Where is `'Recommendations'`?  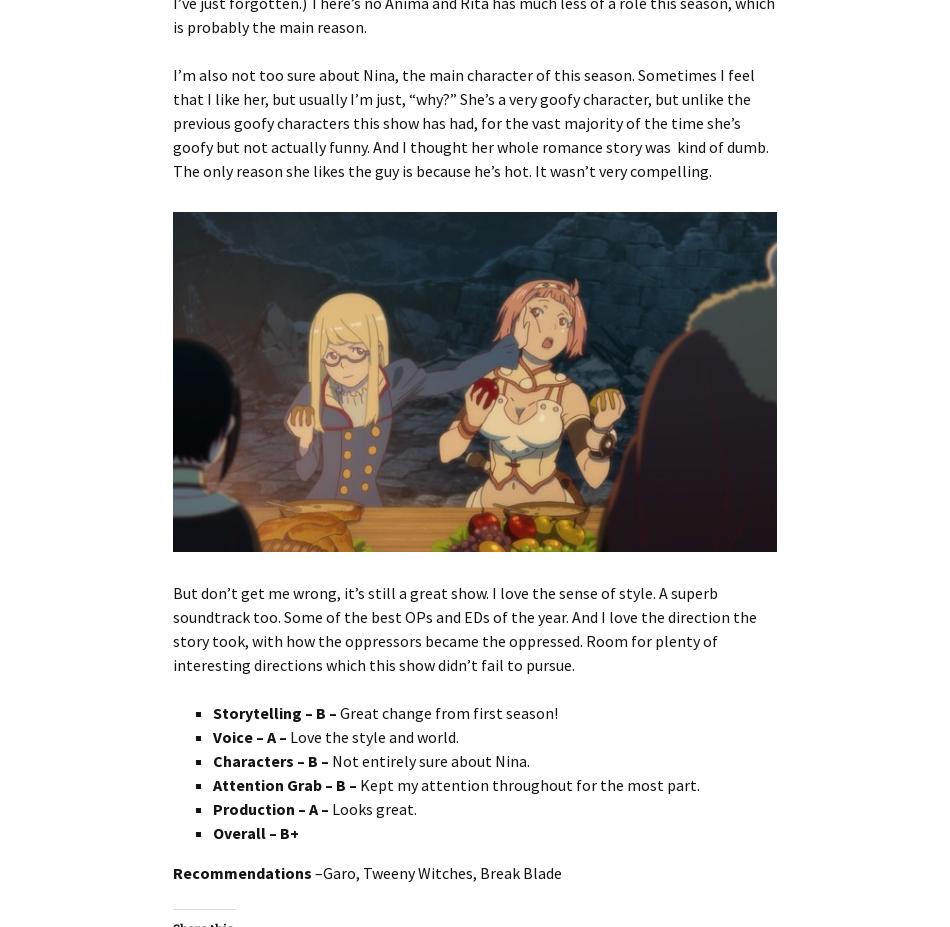 'Recommendations' is located at coordinates (241, 872).